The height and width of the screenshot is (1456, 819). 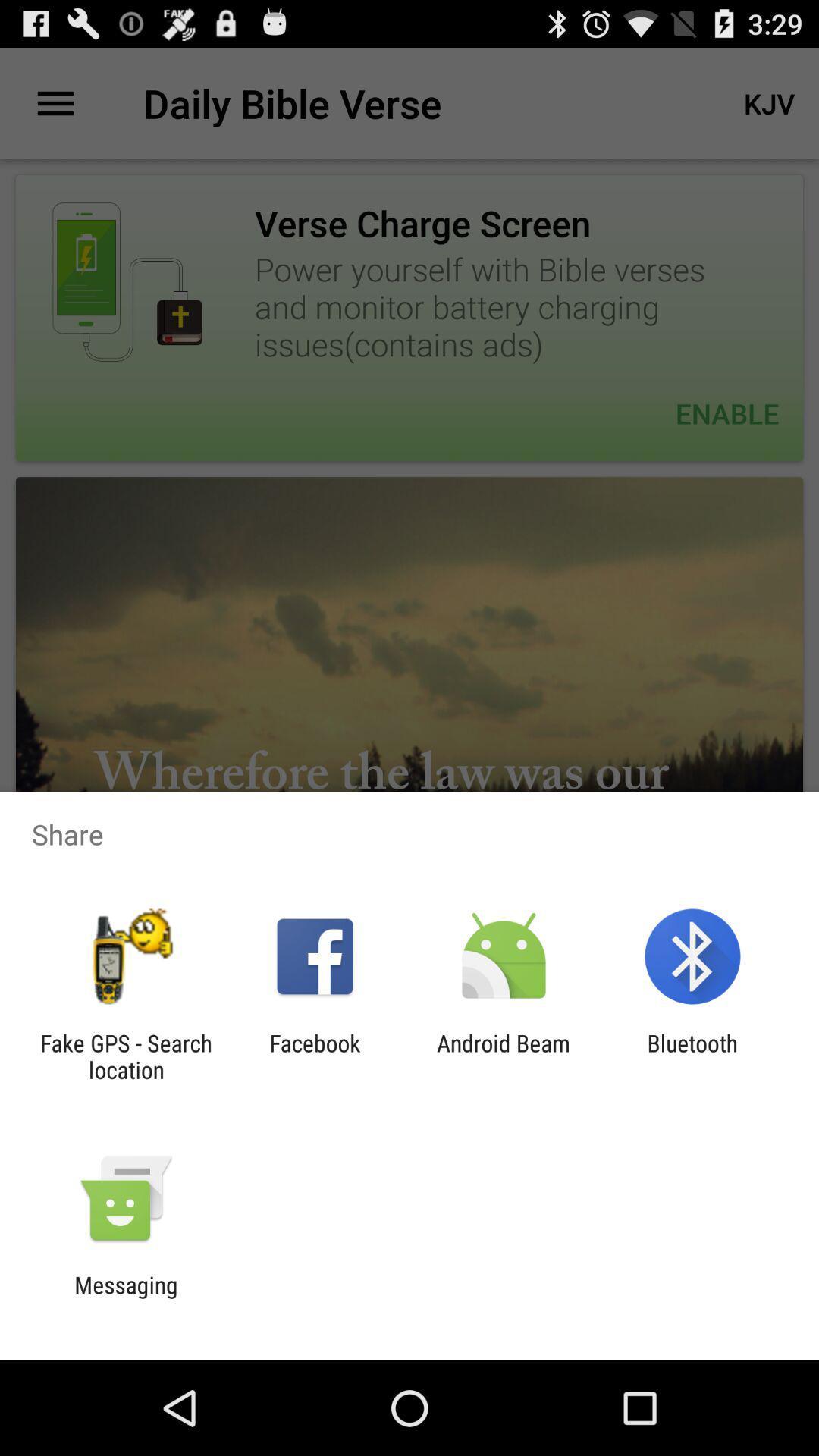 What do you see at coordinates (504, 1056) in the screenshot?
I see `the item to the right of facebook icon` at bounding box center [504, 1056].